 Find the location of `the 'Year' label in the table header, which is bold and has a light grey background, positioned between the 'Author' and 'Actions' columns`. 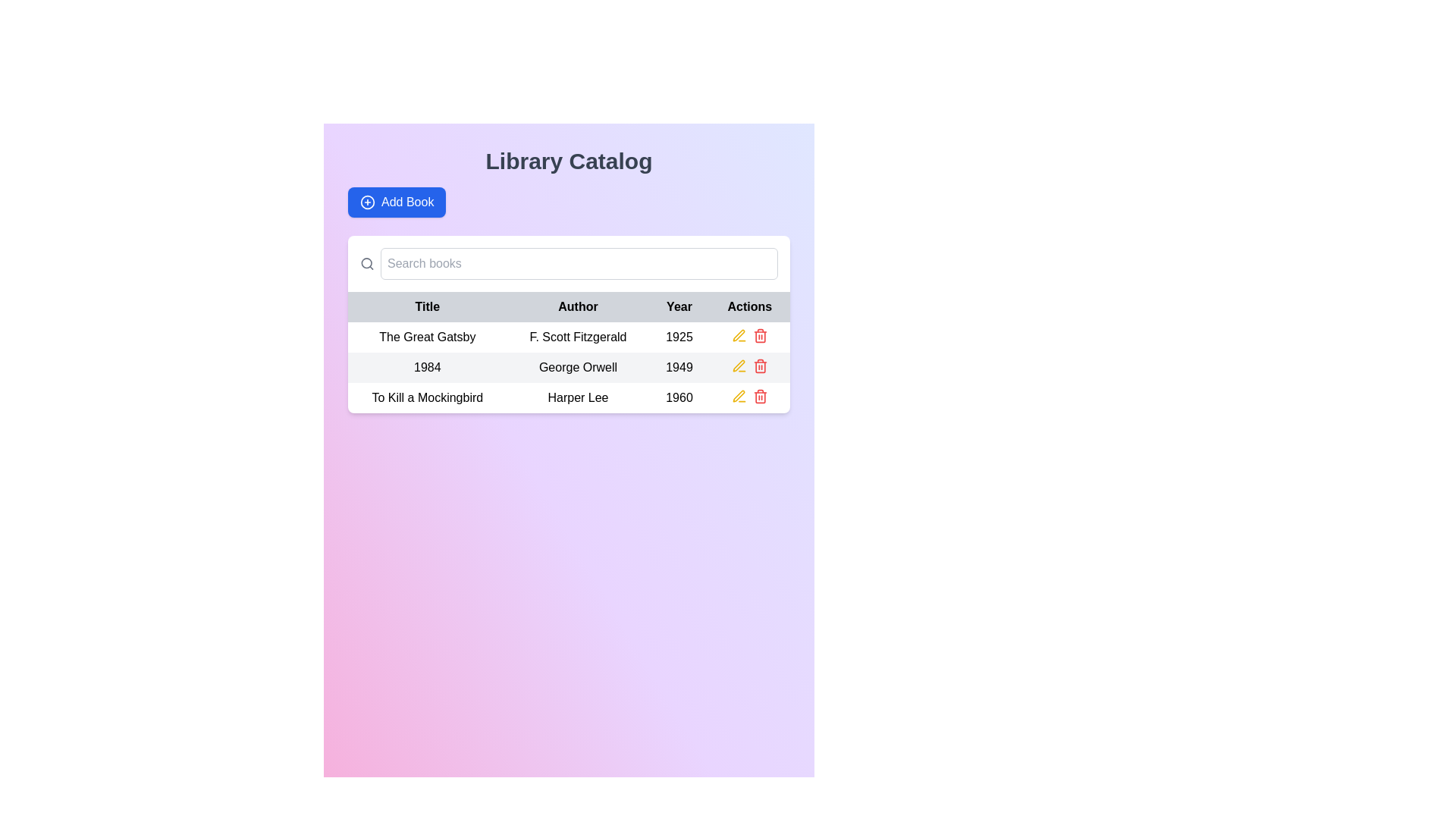

the 'Year' label in the table header, which is bold and has a light grey background, positioned between the 'Author' and 'Actions' columns is located at coordinates (679, 307).